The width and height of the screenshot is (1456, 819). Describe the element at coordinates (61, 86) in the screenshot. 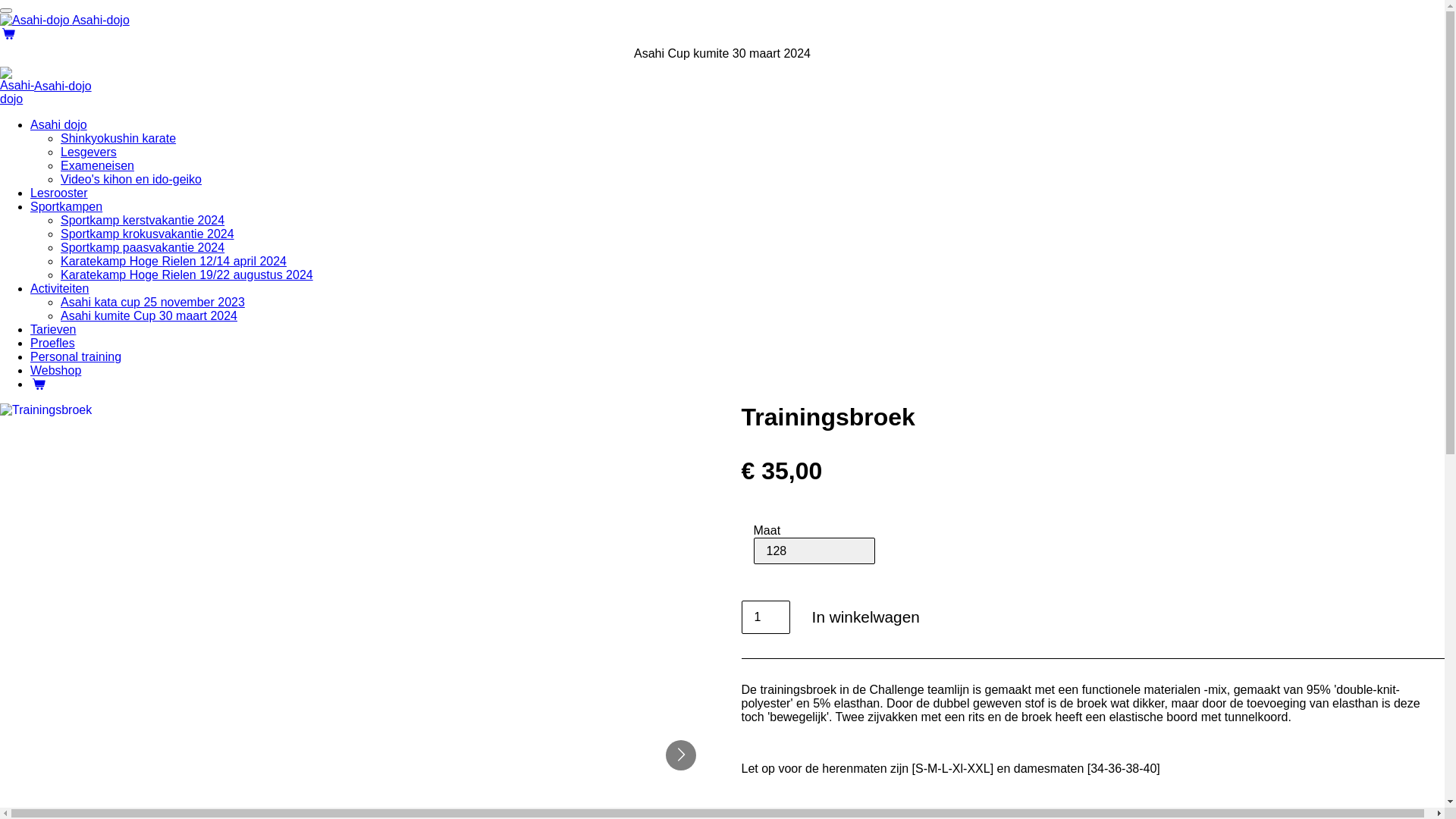

I see `'Asahi-dojo'` at that location.